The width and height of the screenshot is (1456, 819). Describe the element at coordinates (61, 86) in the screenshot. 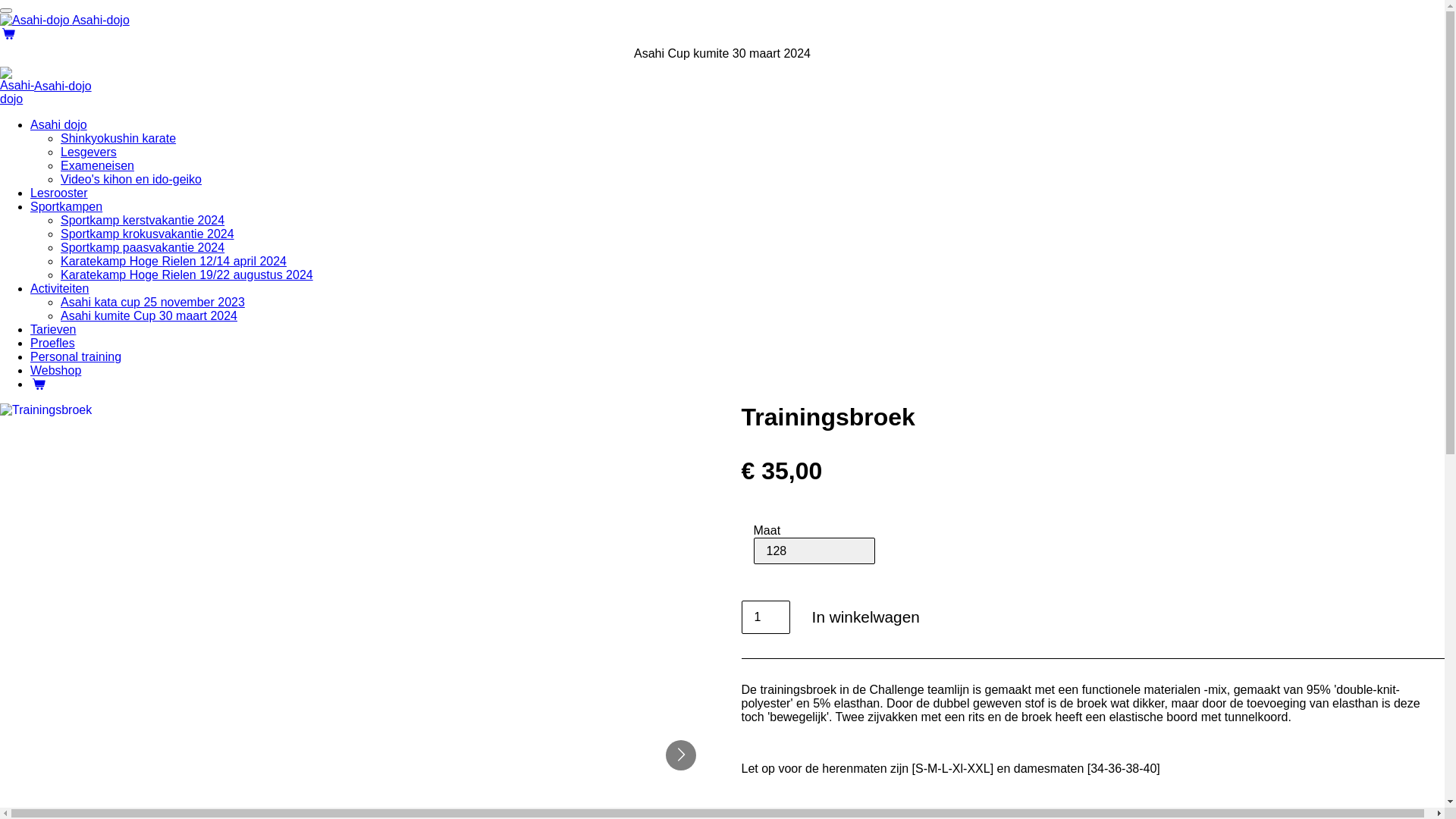

I see `'Asahi-dojo'` at that location.